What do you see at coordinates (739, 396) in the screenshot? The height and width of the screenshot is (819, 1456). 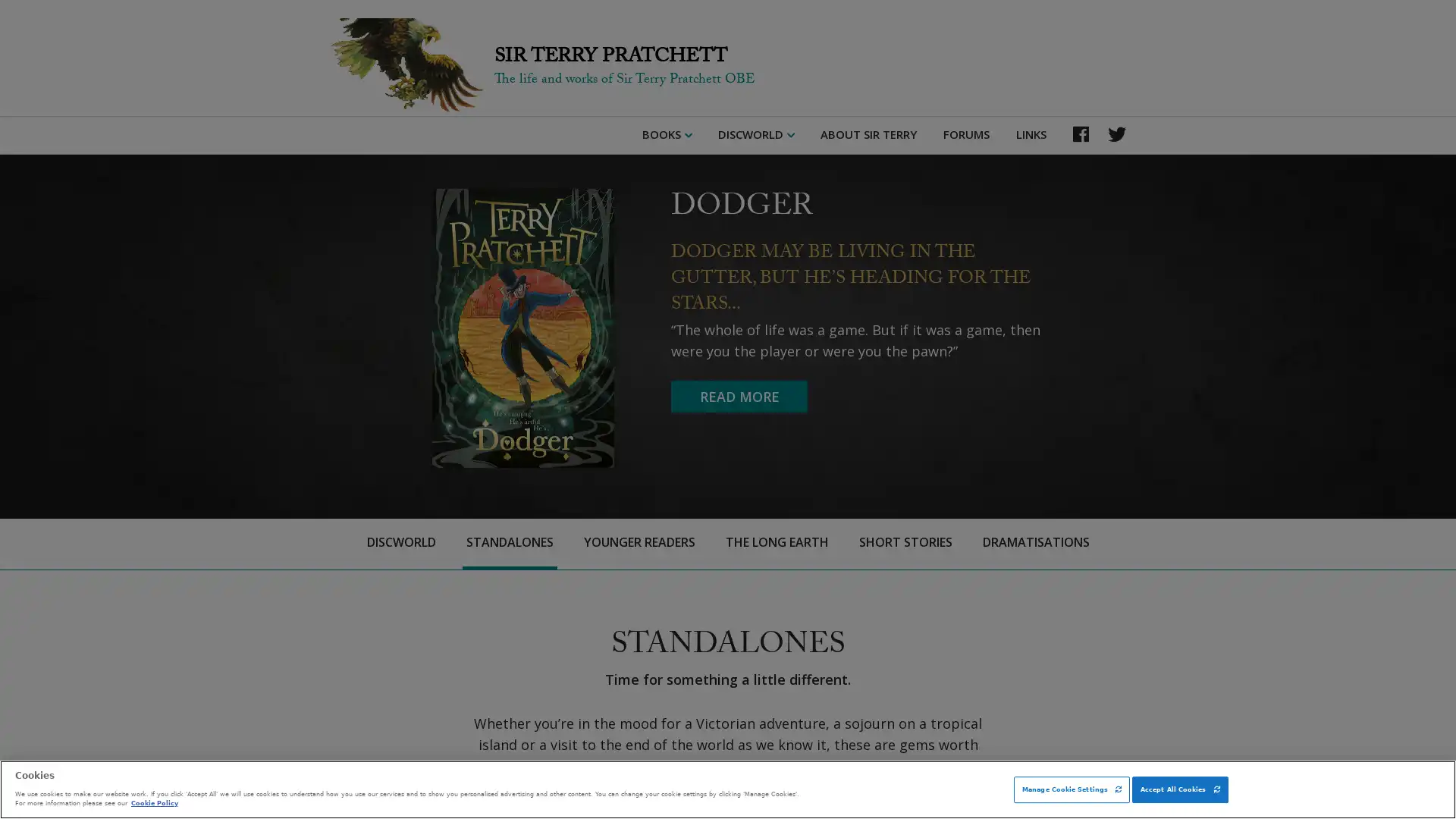 I see `READ MORE` at bounding box center [739, 396].